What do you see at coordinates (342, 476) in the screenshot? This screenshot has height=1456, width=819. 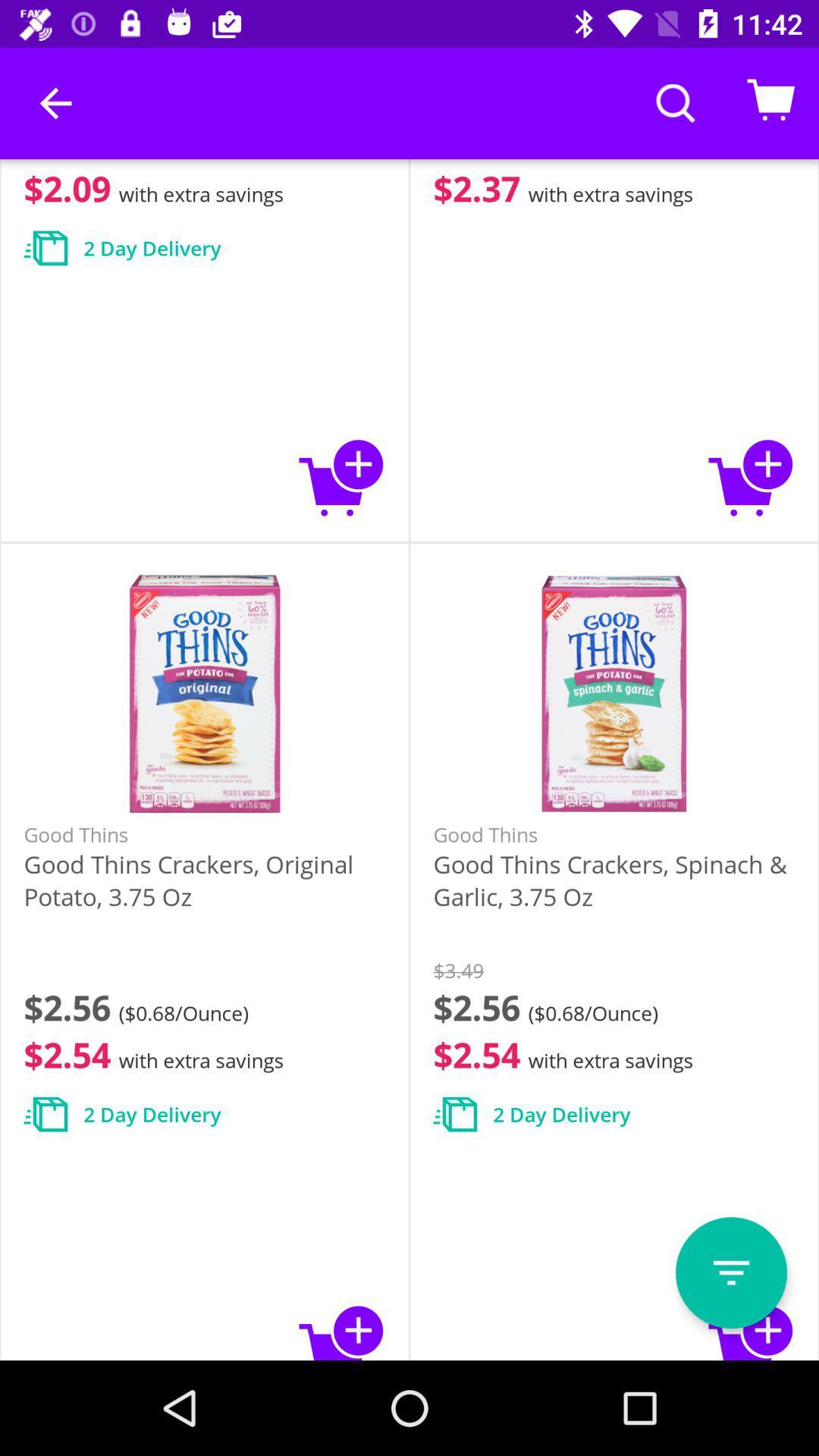 I see `to cart` at bounding box center [342, 476].